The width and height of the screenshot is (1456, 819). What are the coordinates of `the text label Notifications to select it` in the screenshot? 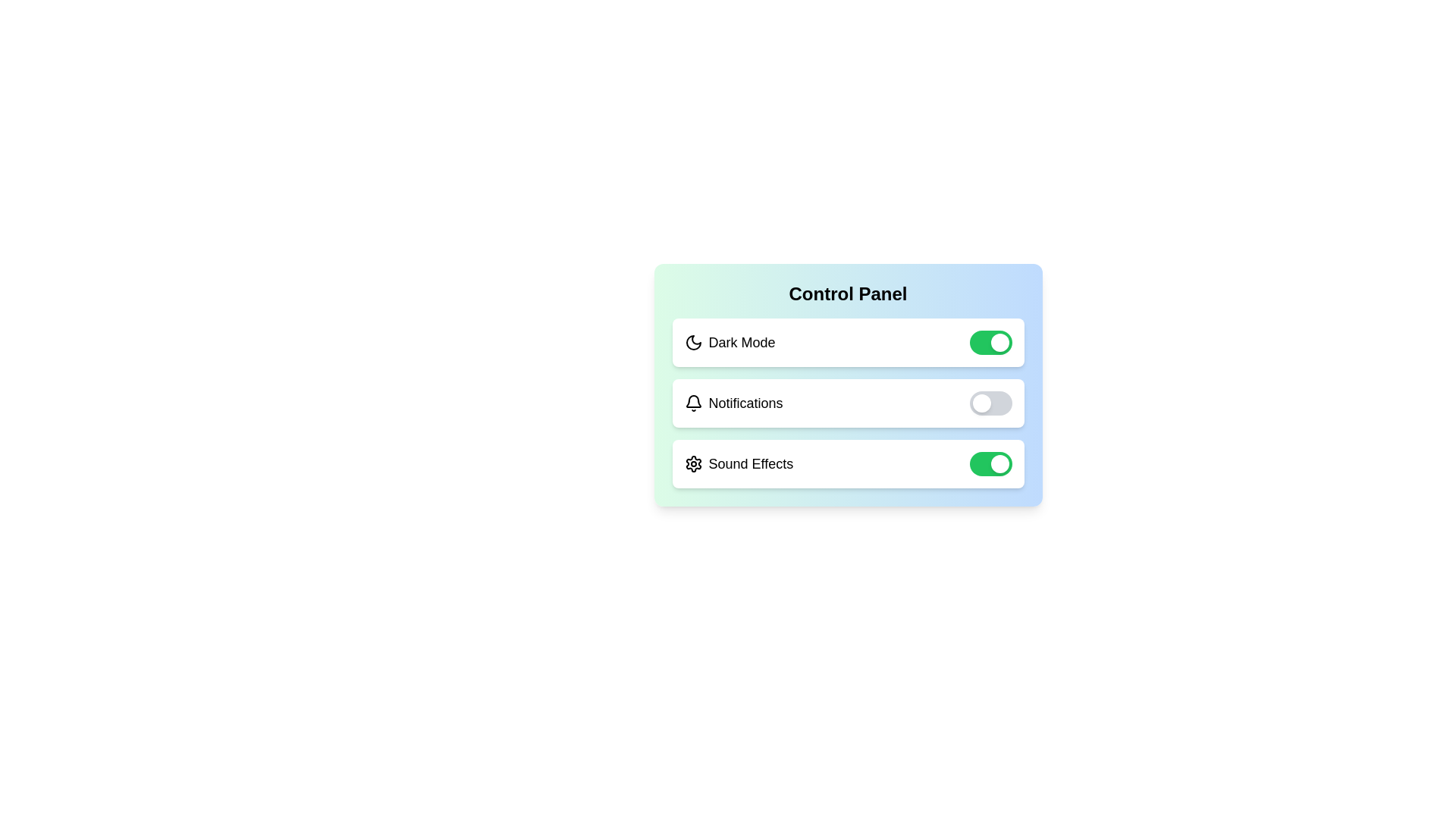 It's located at (745, 403).